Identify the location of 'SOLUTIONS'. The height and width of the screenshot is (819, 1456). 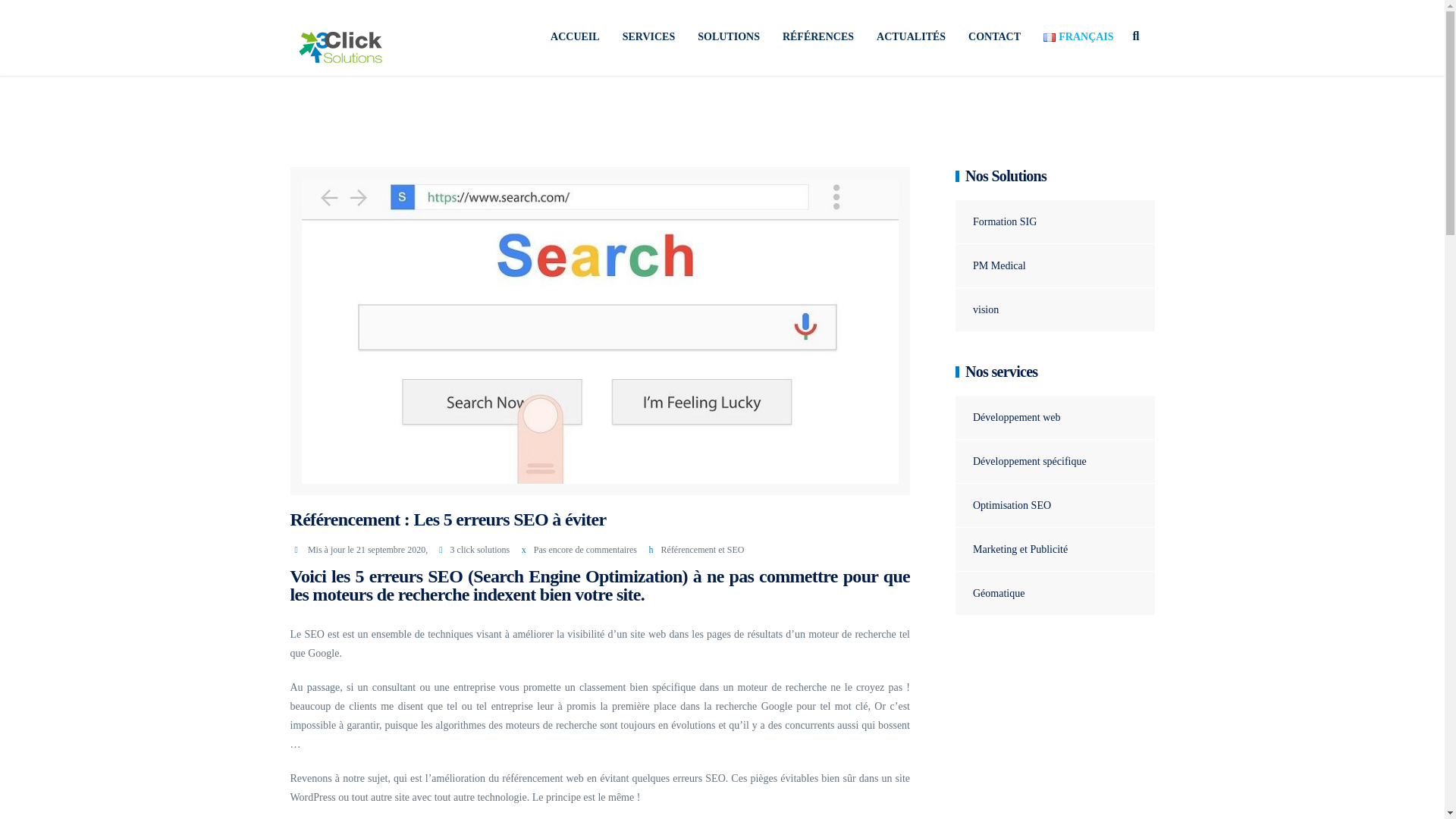
(728, 36).